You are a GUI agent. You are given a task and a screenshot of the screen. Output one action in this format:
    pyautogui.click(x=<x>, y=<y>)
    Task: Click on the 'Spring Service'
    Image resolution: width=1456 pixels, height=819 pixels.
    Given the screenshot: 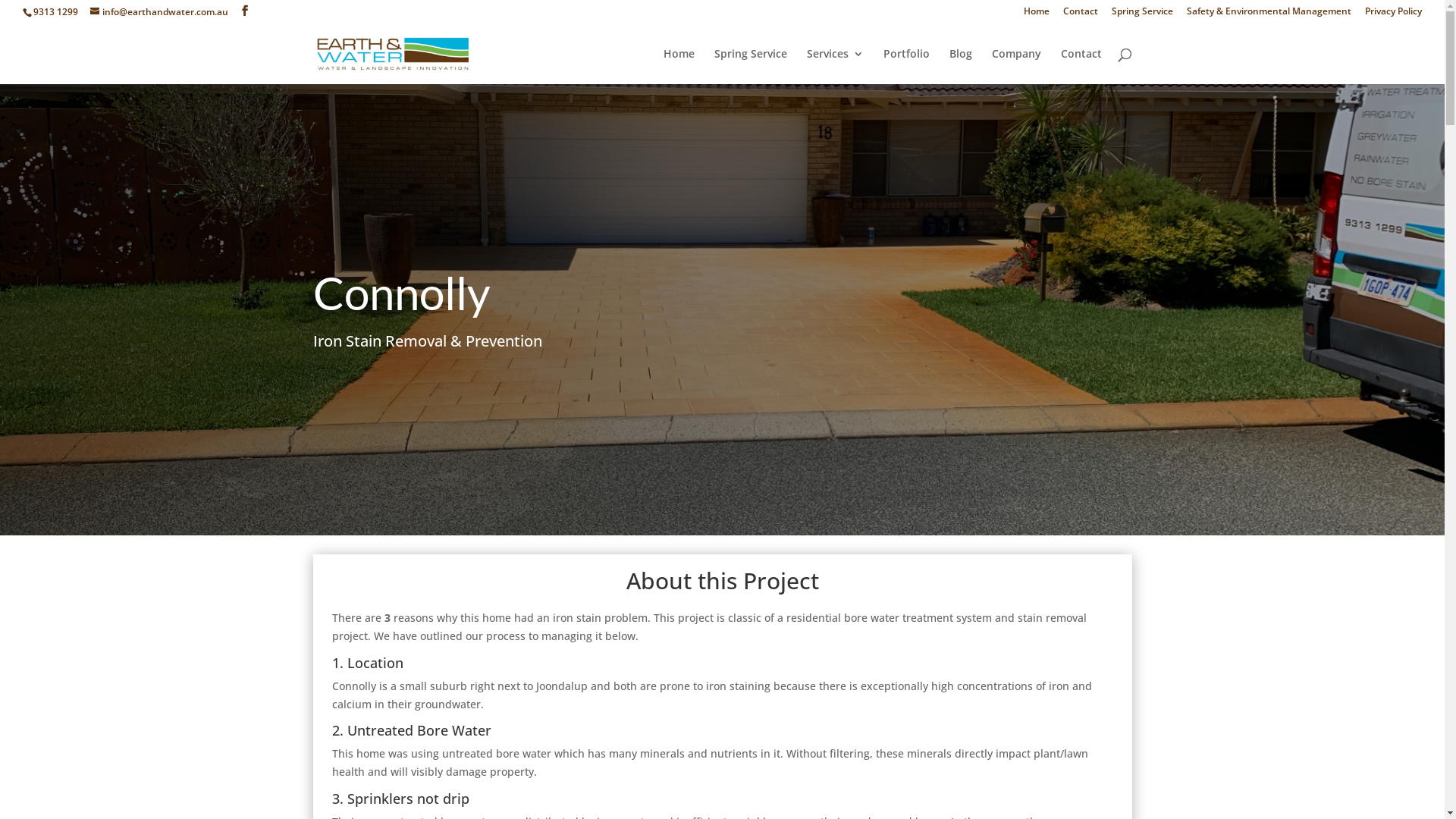 What is the action you would take?
    pyautogui.click(x=713, y=65)
    